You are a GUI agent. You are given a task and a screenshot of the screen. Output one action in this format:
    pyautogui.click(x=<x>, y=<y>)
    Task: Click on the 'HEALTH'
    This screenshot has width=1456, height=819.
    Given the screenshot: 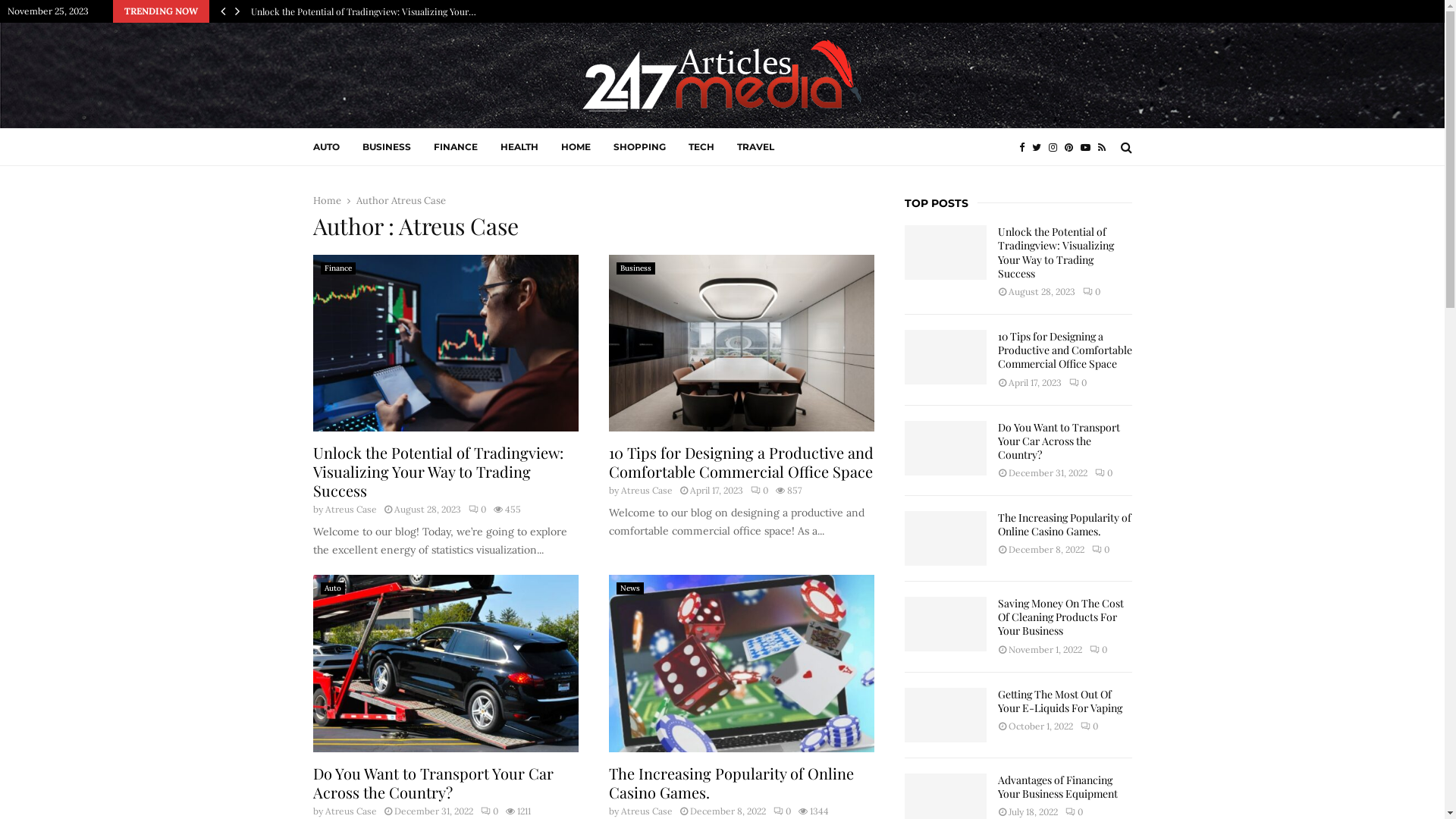 What is the action you would take?
    pyautogui.click(x=519, y=146)
    